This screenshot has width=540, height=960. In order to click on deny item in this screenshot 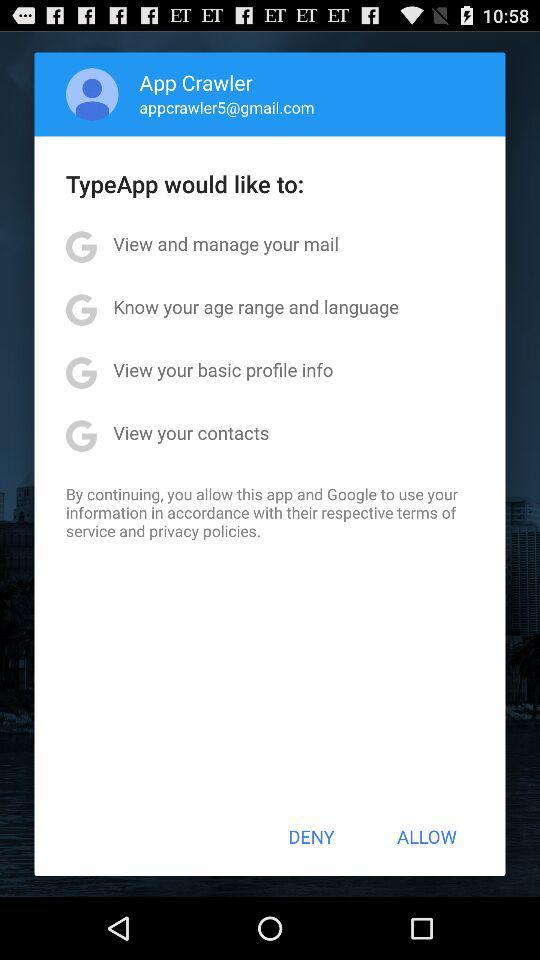, I will do `click(311, 836)`.